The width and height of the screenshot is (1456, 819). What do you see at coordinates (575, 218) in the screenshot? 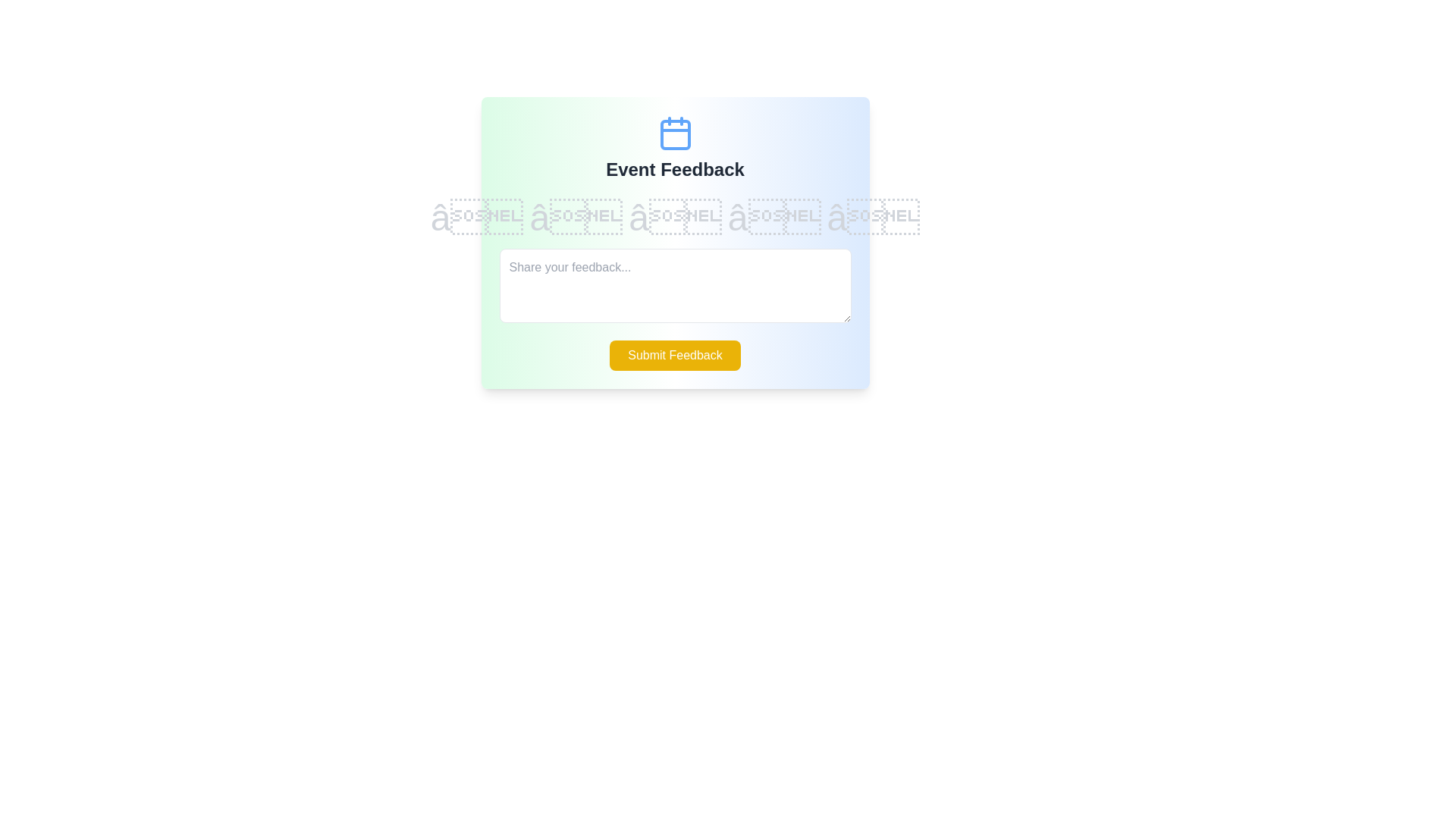
I see `the star corresponding to the desired rating value 2` at bounding box center [575, 218].